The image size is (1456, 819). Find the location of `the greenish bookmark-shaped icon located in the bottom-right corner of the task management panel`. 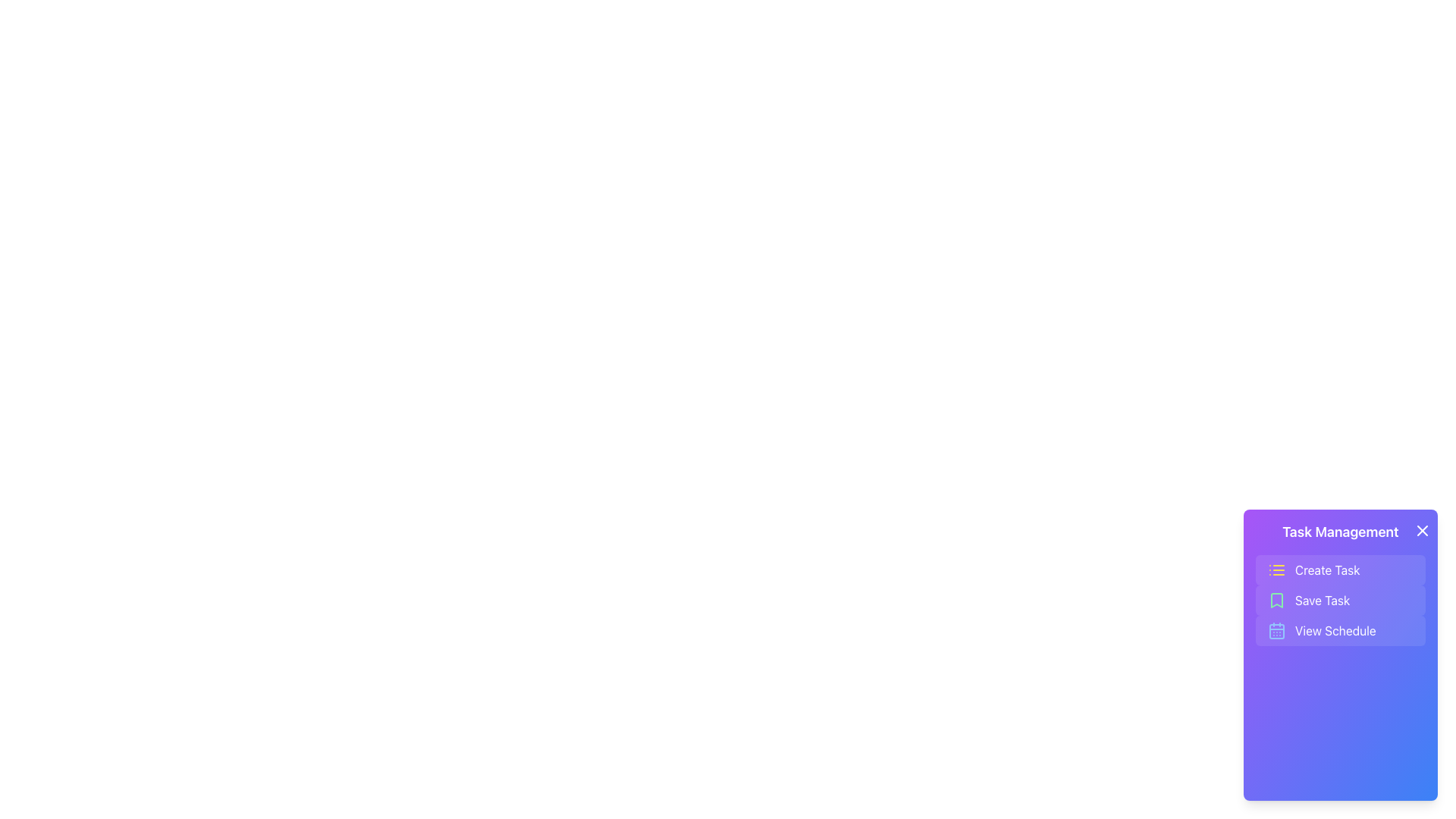

the greenish bookmark-shaped icon located in the bottom-right corner of the task management panel is located at coordinates (1276, 599).